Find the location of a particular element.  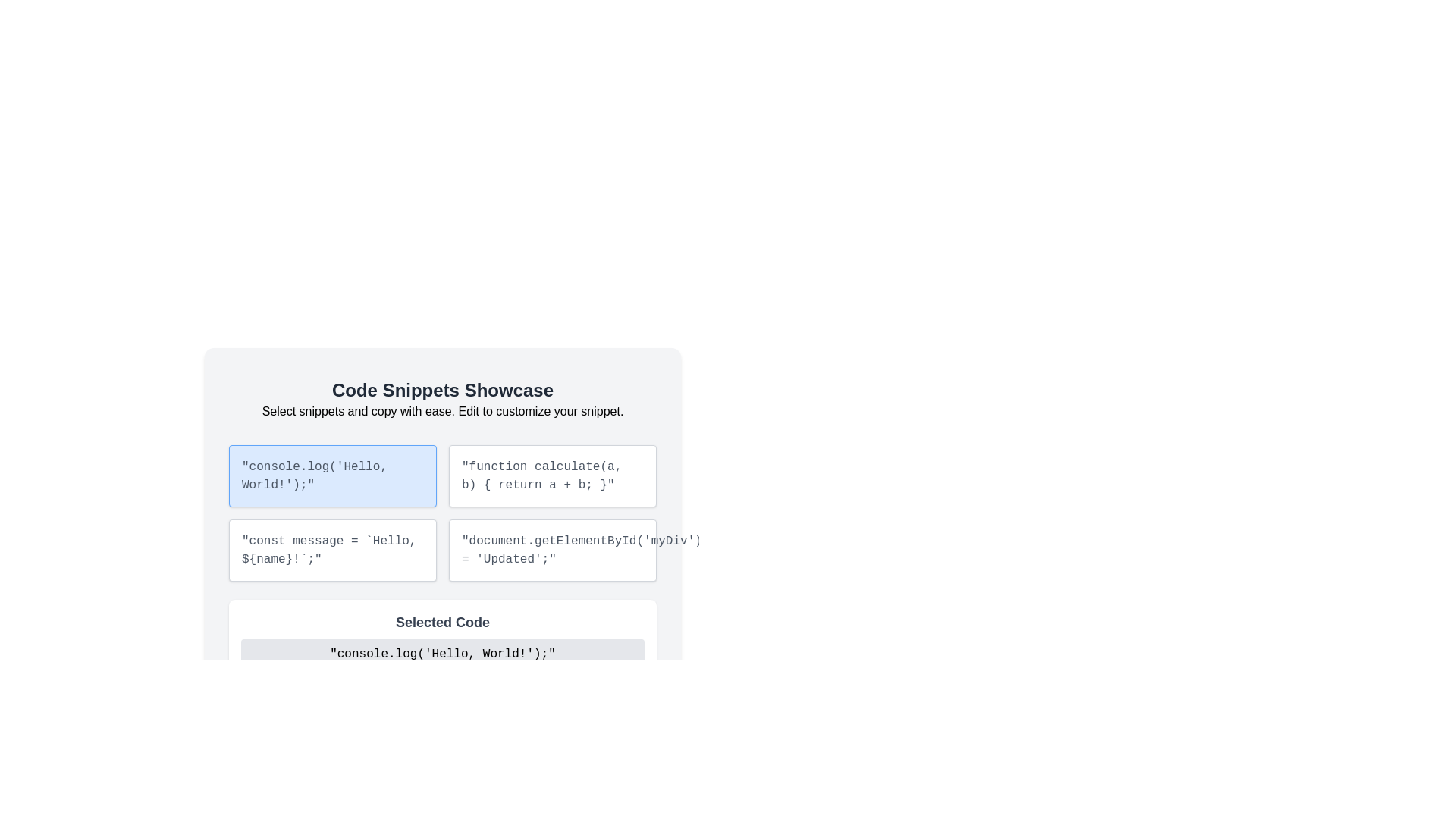

the code snippet display element located in the upper left quadrant of the grid layout, which is the first item in the first row is located at coordinates (442, 494).